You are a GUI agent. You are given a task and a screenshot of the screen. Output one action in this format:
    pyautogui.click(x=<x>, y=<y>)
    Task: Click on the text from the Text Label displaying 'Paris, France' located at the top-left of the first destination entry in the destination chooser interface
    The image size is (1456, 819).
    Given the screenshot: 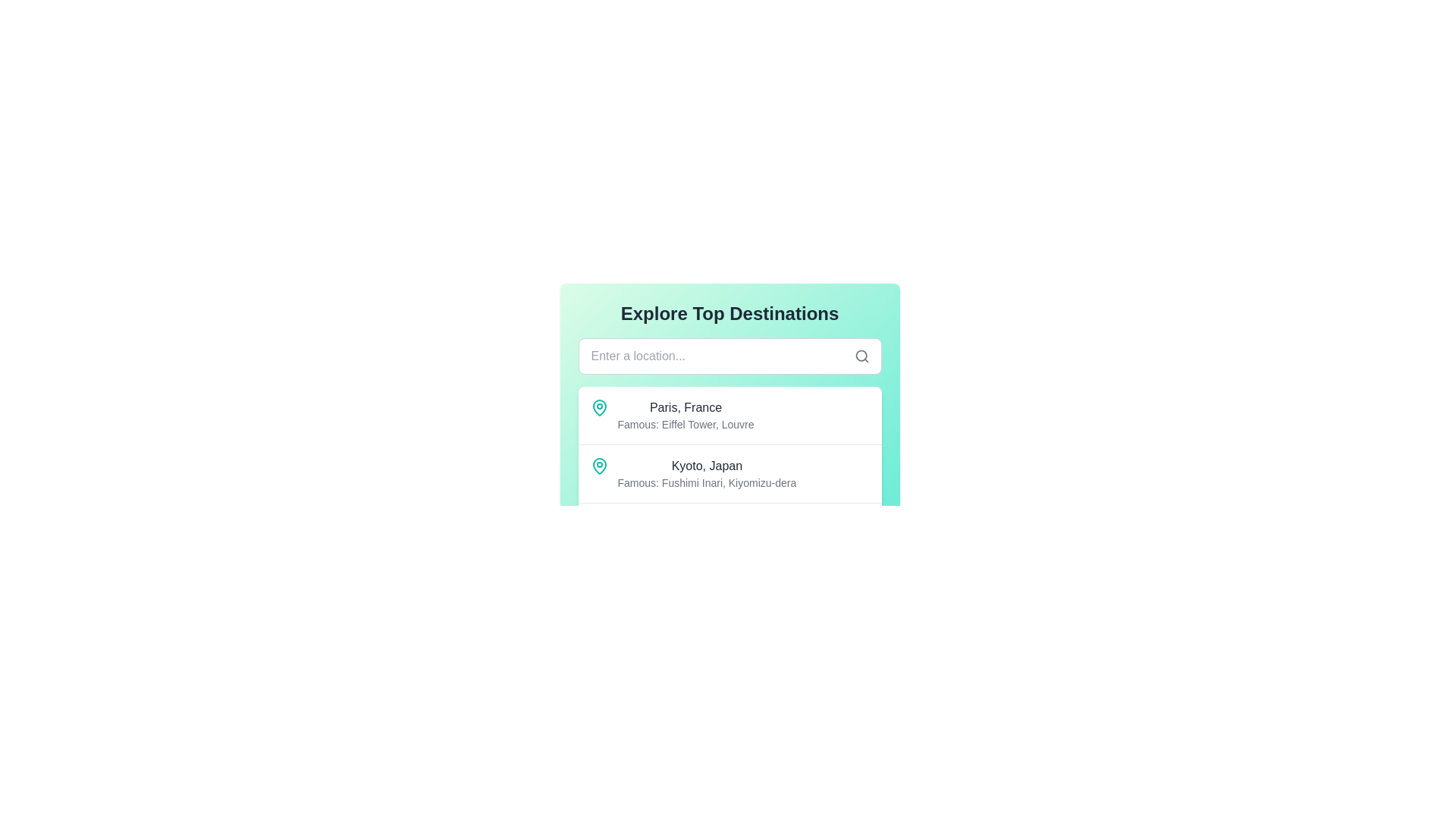 What is the action you would take?
    pyautogui.click(x=685, y=406)
    